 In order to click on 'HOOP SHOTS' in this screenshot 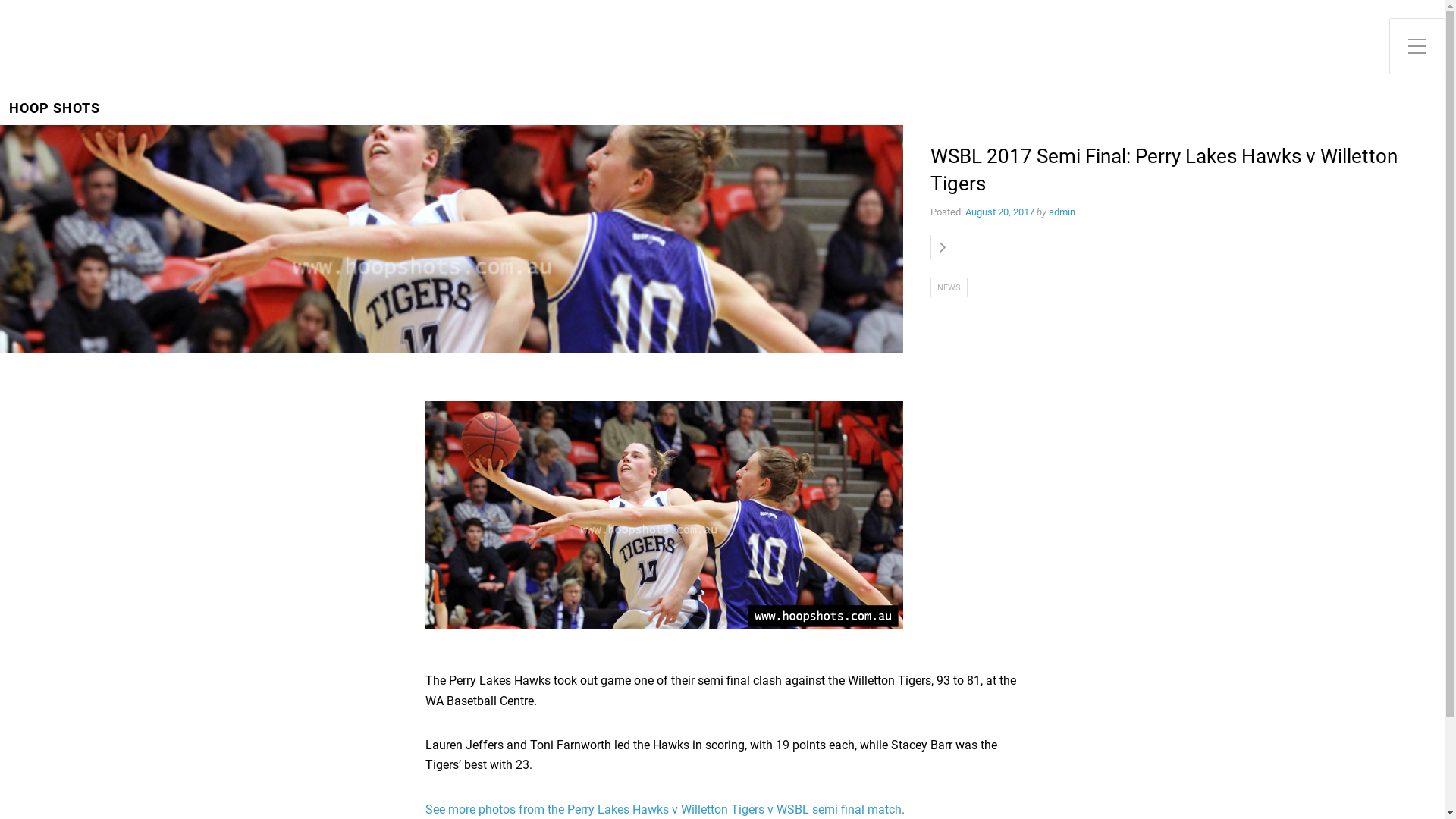, I will do `click(55, 108)`.